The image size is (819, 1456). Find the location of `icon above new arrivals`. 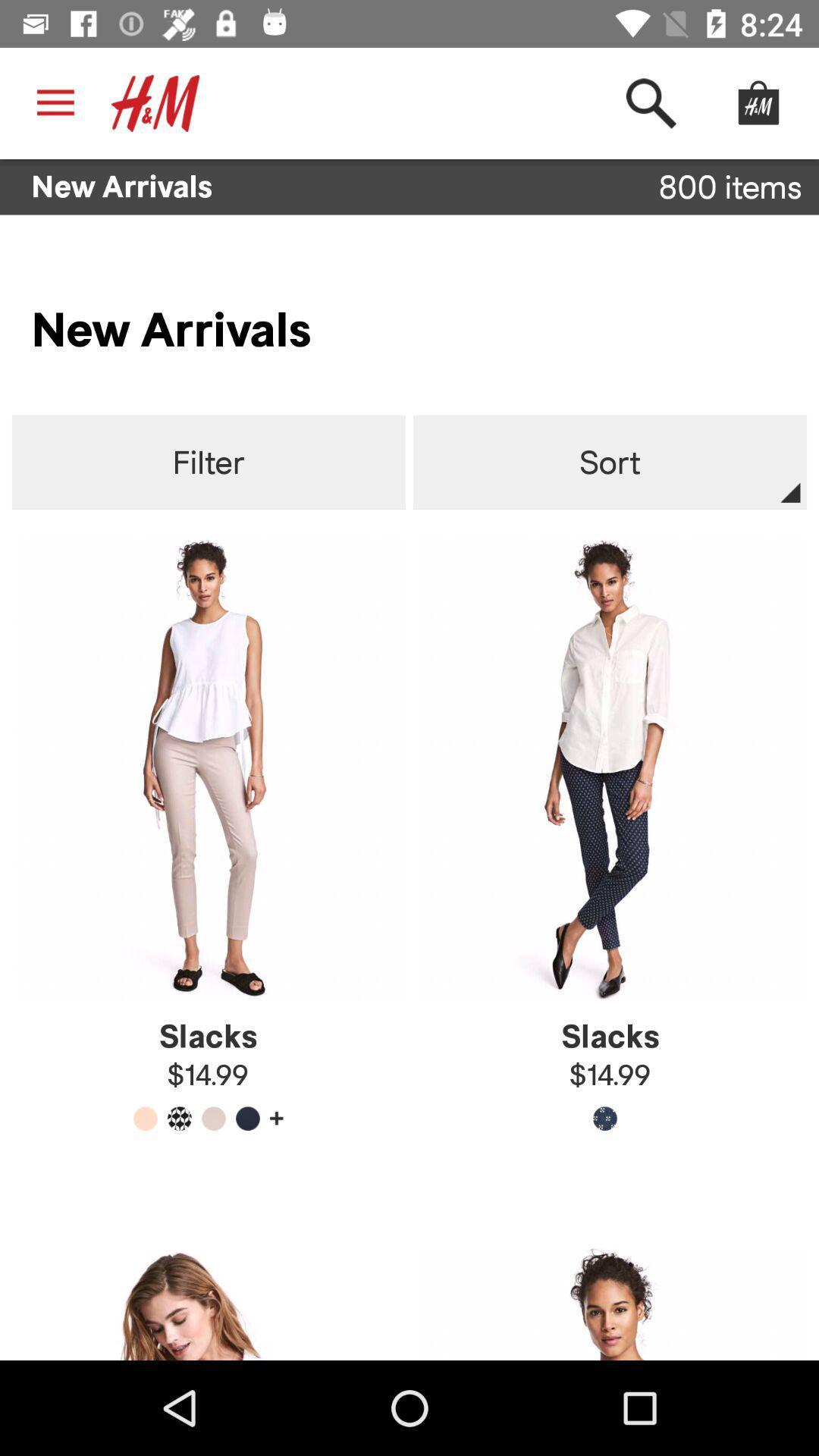

icon above new arrivals is located at coordinates (155, 102).